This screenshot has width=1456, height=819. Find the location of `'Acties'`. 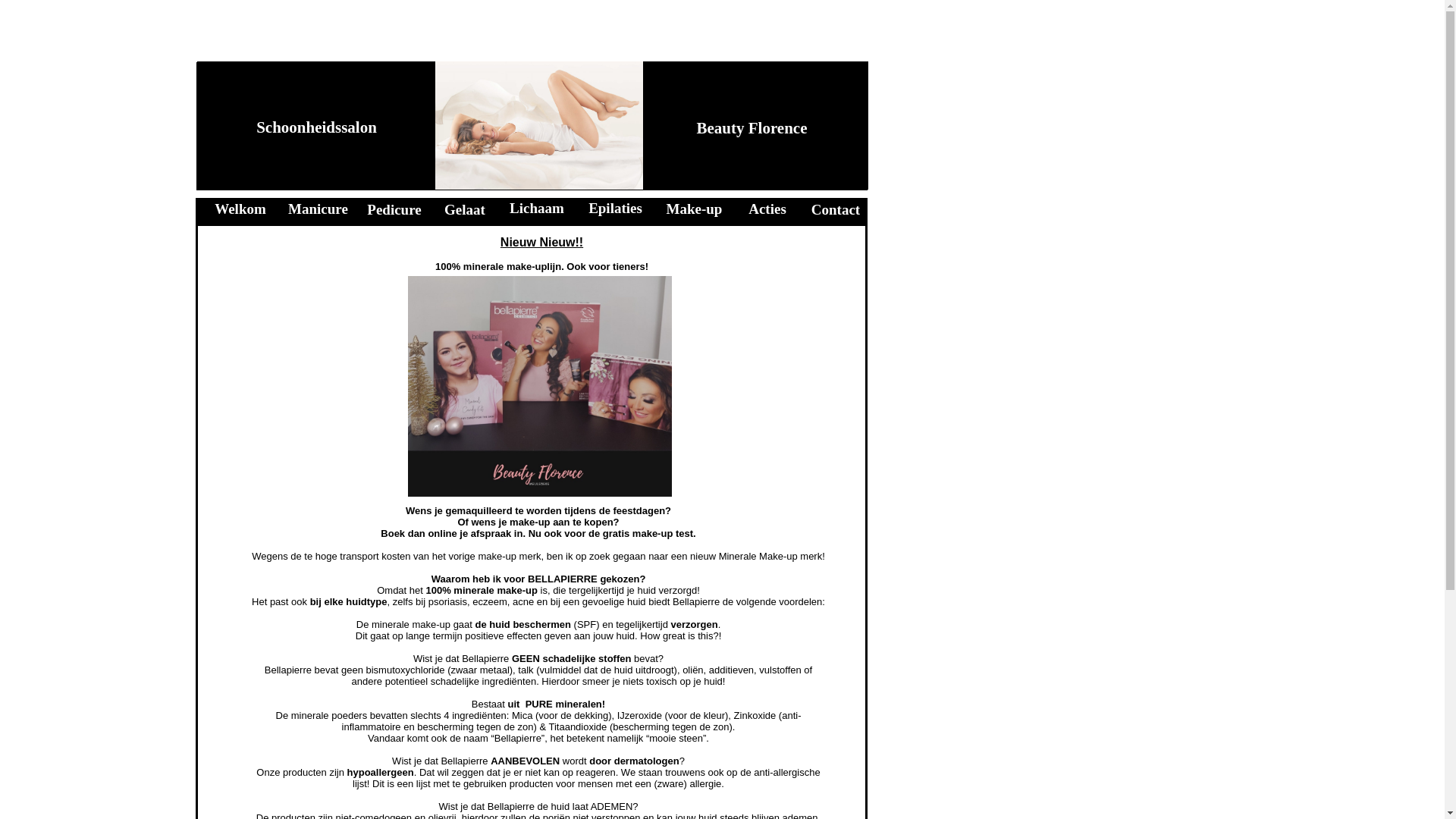

'Acties' is located at coordinates (748, 209).